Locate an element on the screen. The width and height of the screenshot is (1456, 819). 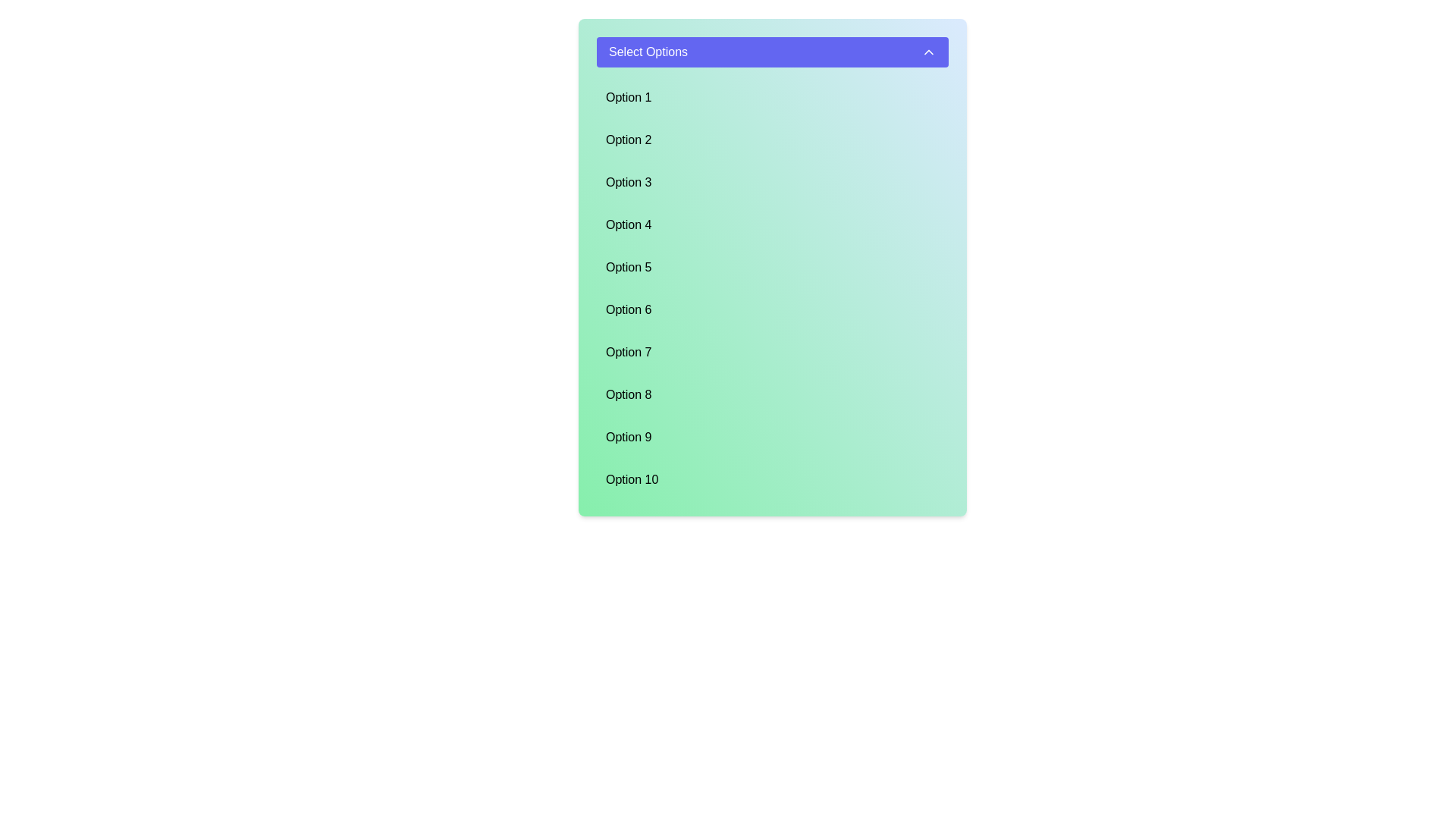
the fifth option button in the selection list is located at coordinates (772, 267).